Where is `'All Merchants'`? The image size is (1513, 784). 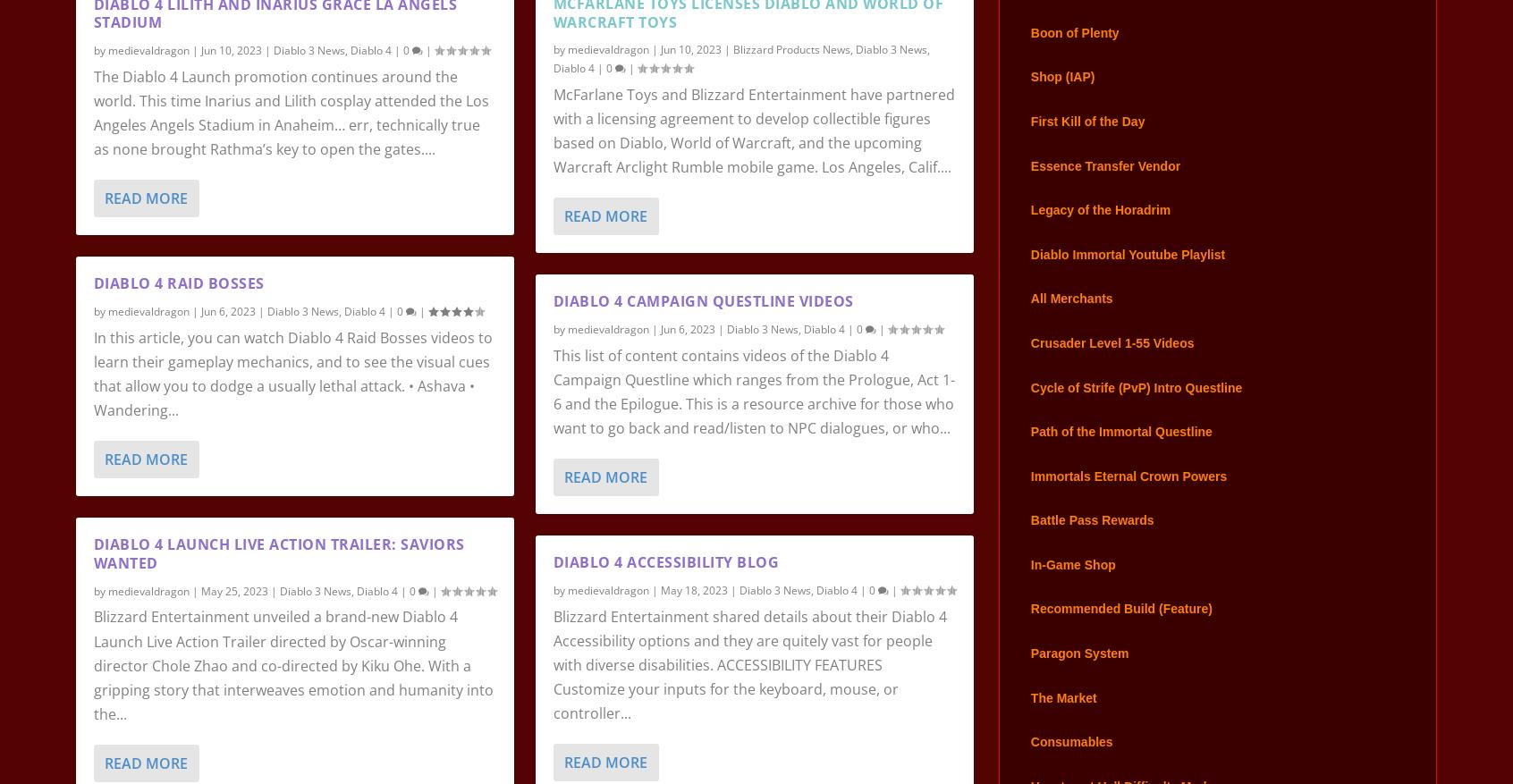
'All Merchants' is located at coordinates (1069, 322).